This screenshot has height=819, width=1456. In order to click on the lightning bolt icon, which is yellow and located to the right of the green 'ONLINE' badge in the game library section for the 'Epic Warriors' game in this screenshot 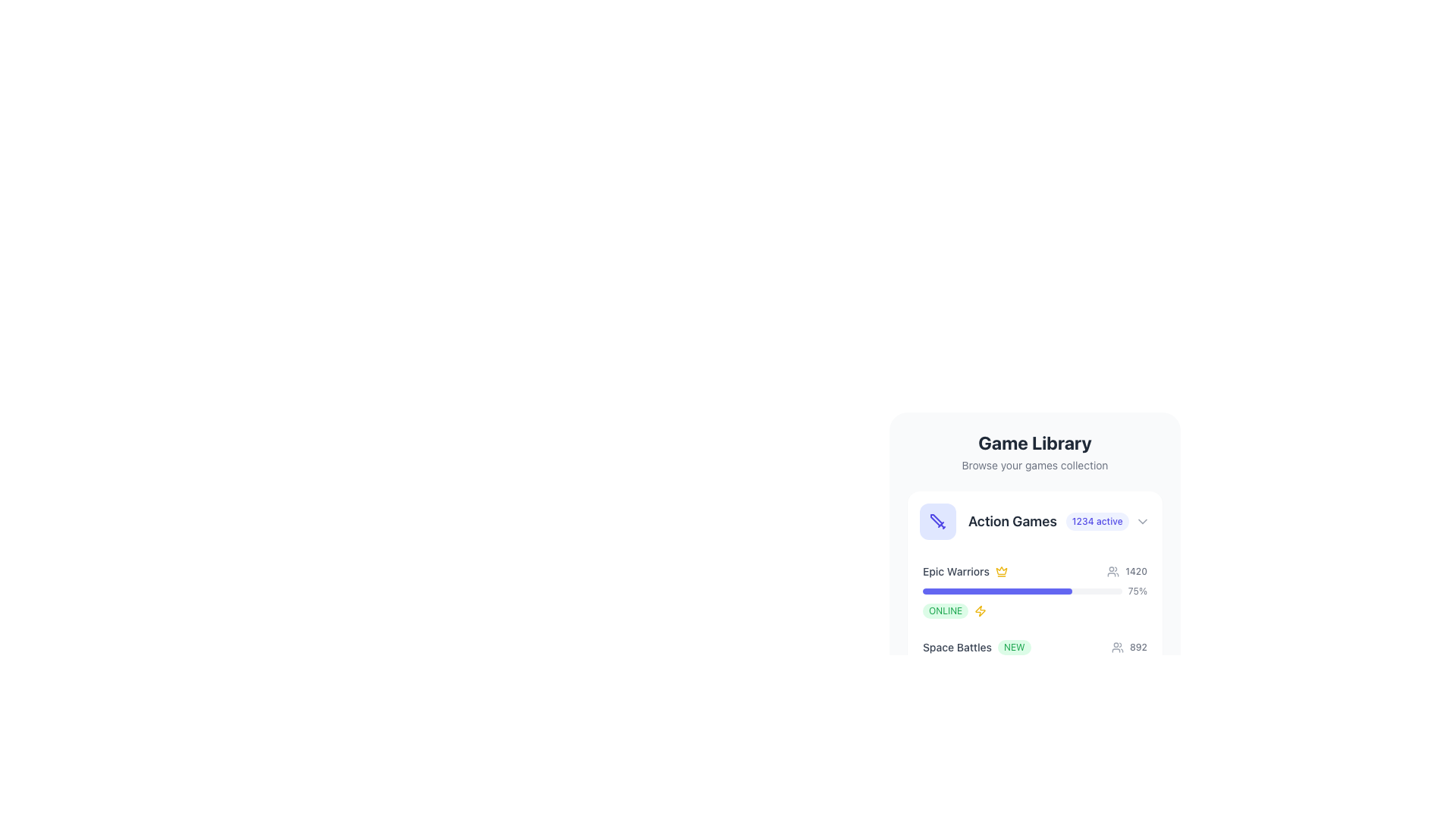, I will do `click(981, 610)`.